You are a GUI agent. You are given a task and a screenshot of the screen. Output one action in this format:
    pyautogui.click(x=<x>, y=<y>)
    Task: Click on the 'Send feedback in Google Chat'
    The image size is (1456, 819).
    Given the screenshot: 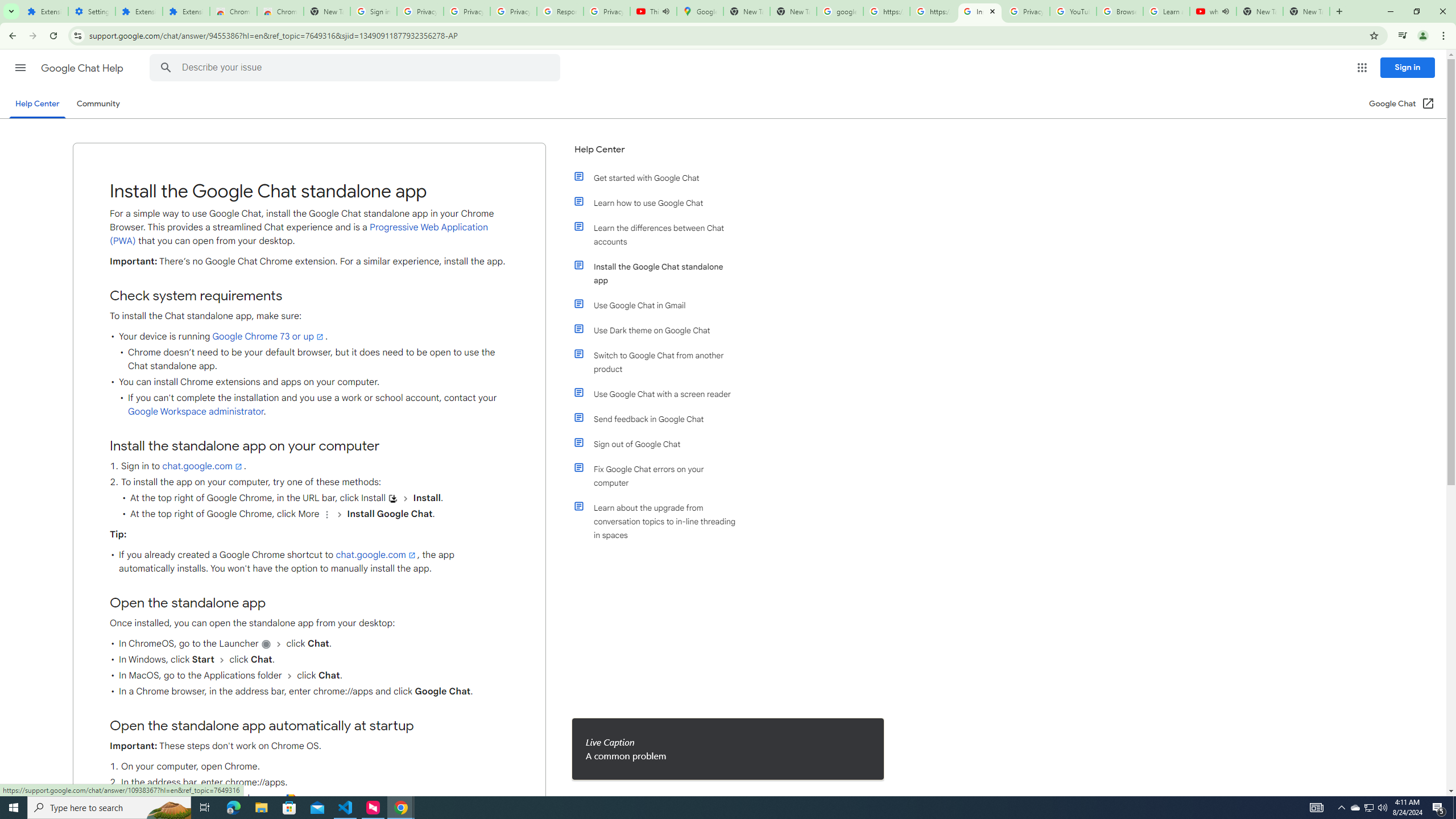 What is the action you would take?
    pyautogui.click(x=661, y=419)
    